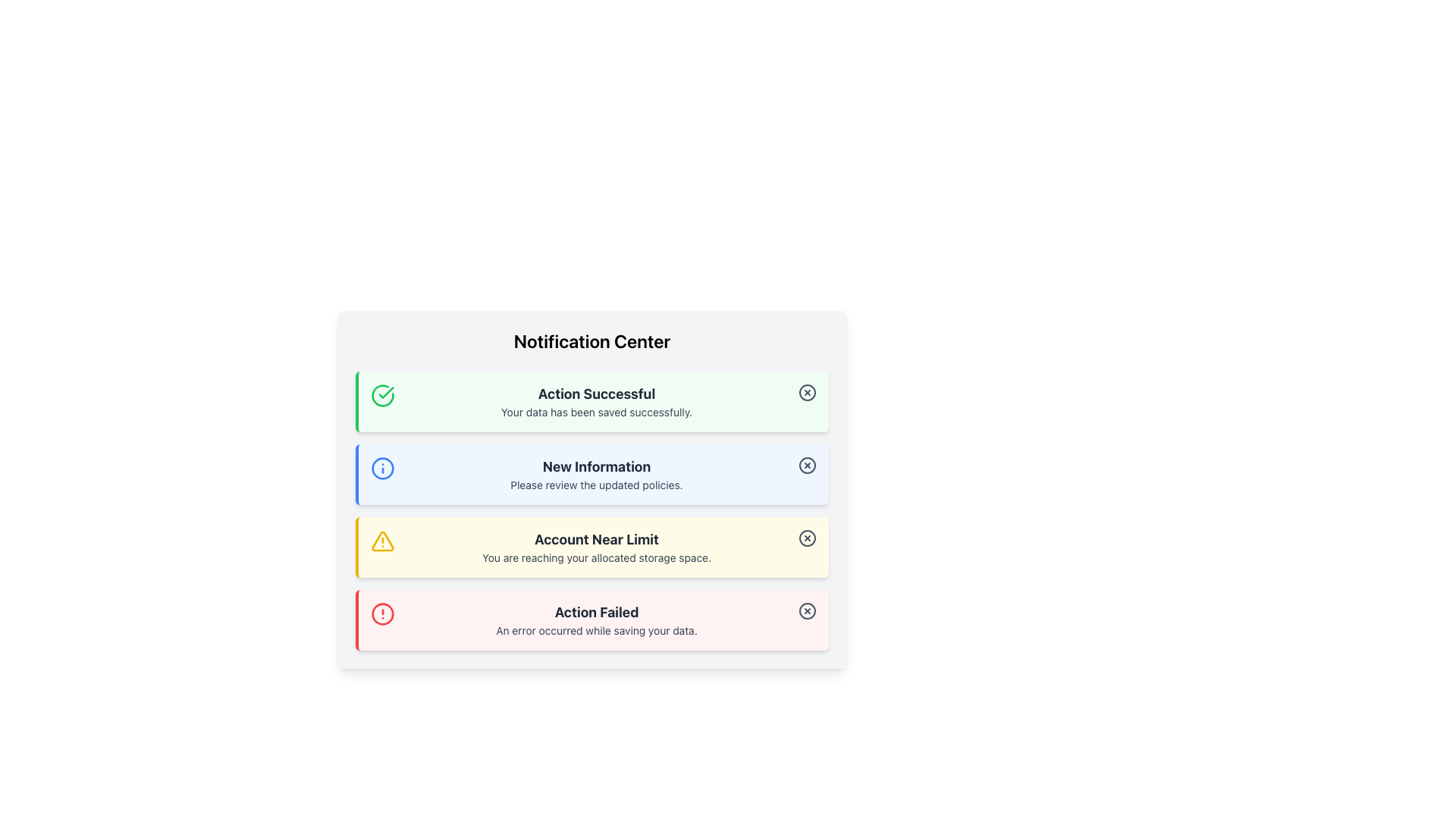 The image size is (1456, 819). I want to click on the circular visual marker of the 'close' icon located next to the 'Account Near Limit' notification text, so click(807, 537).